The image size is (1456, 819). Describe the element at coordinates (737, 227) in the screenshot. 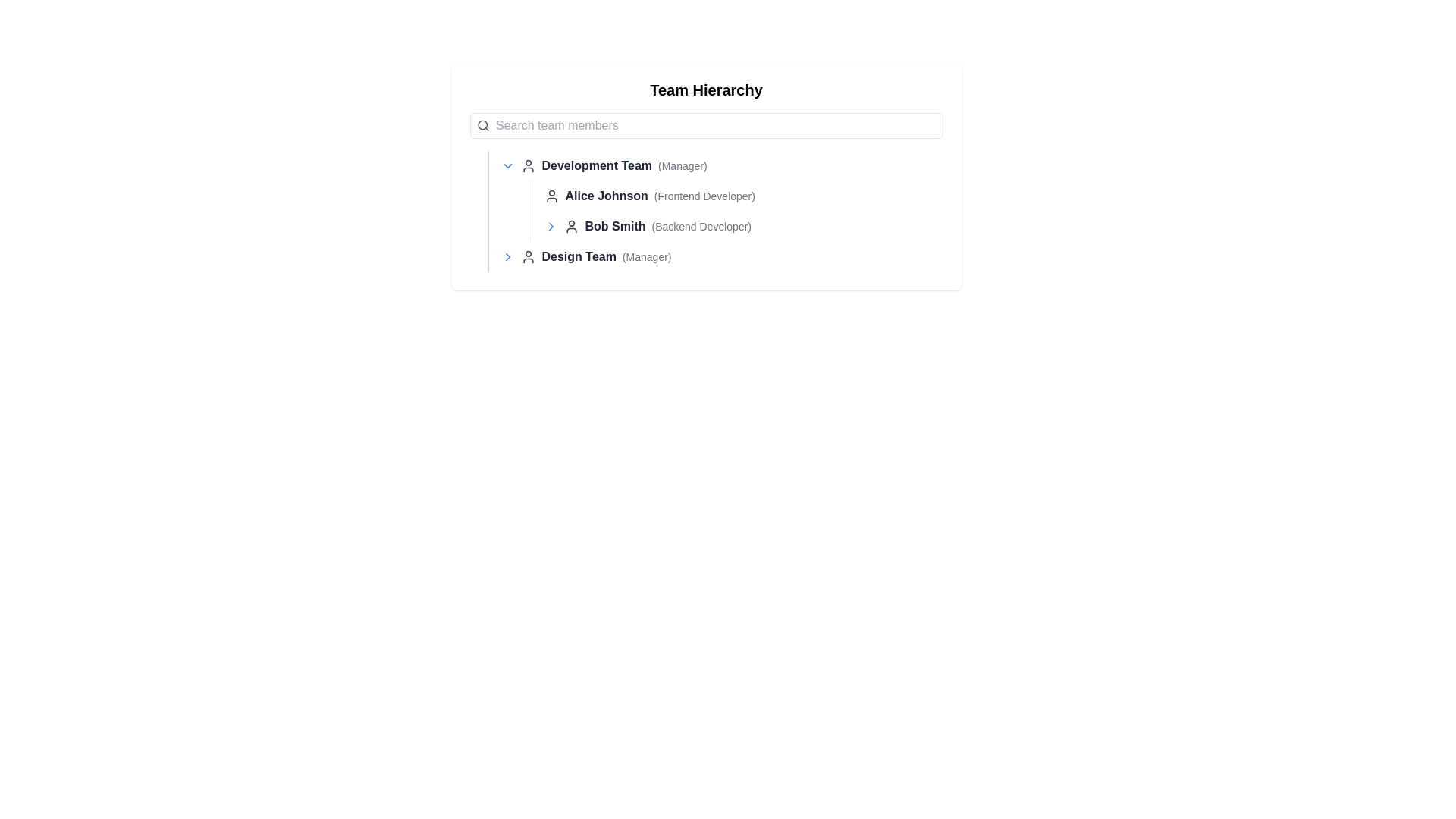

I see `the second entry in the 'Development Team' section, which represents a team member` at that location.